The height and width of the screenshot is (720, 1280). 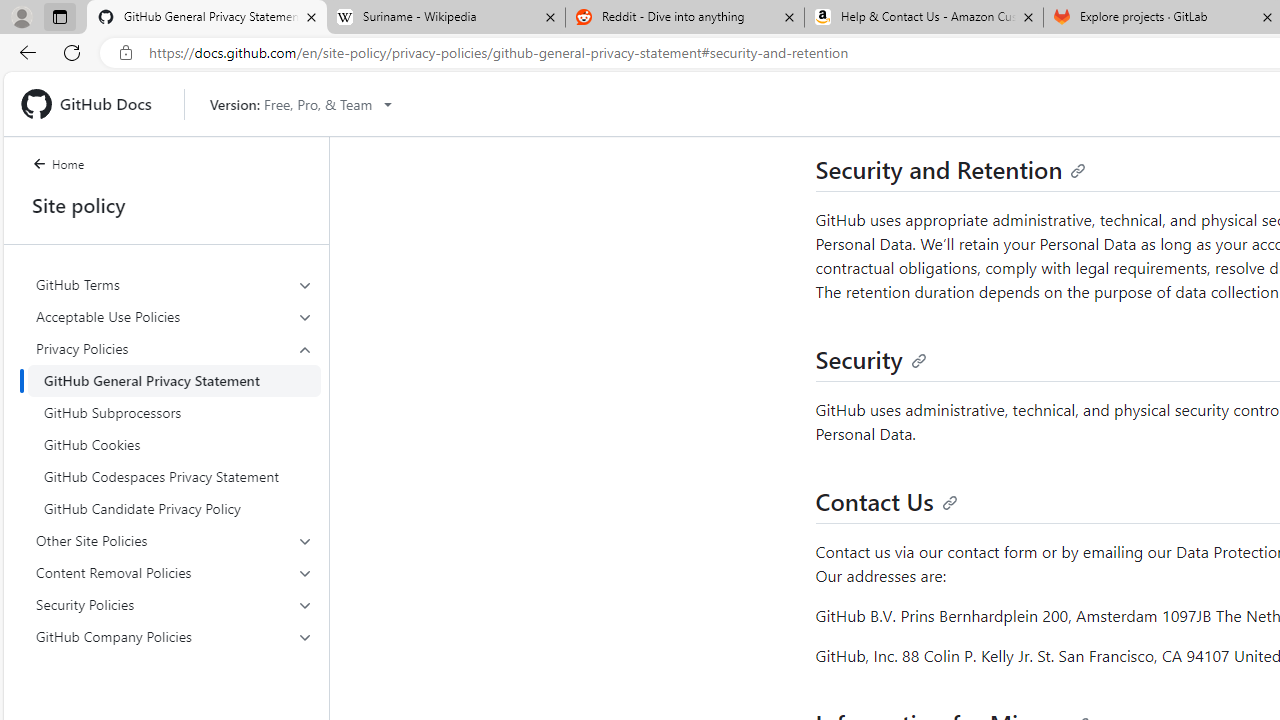 What do you see at coordinates (207, 17) in the screenshot?
I see `'GitHub General Privacy Statement - GitHub Docs'` at bounding box center [207, 17].